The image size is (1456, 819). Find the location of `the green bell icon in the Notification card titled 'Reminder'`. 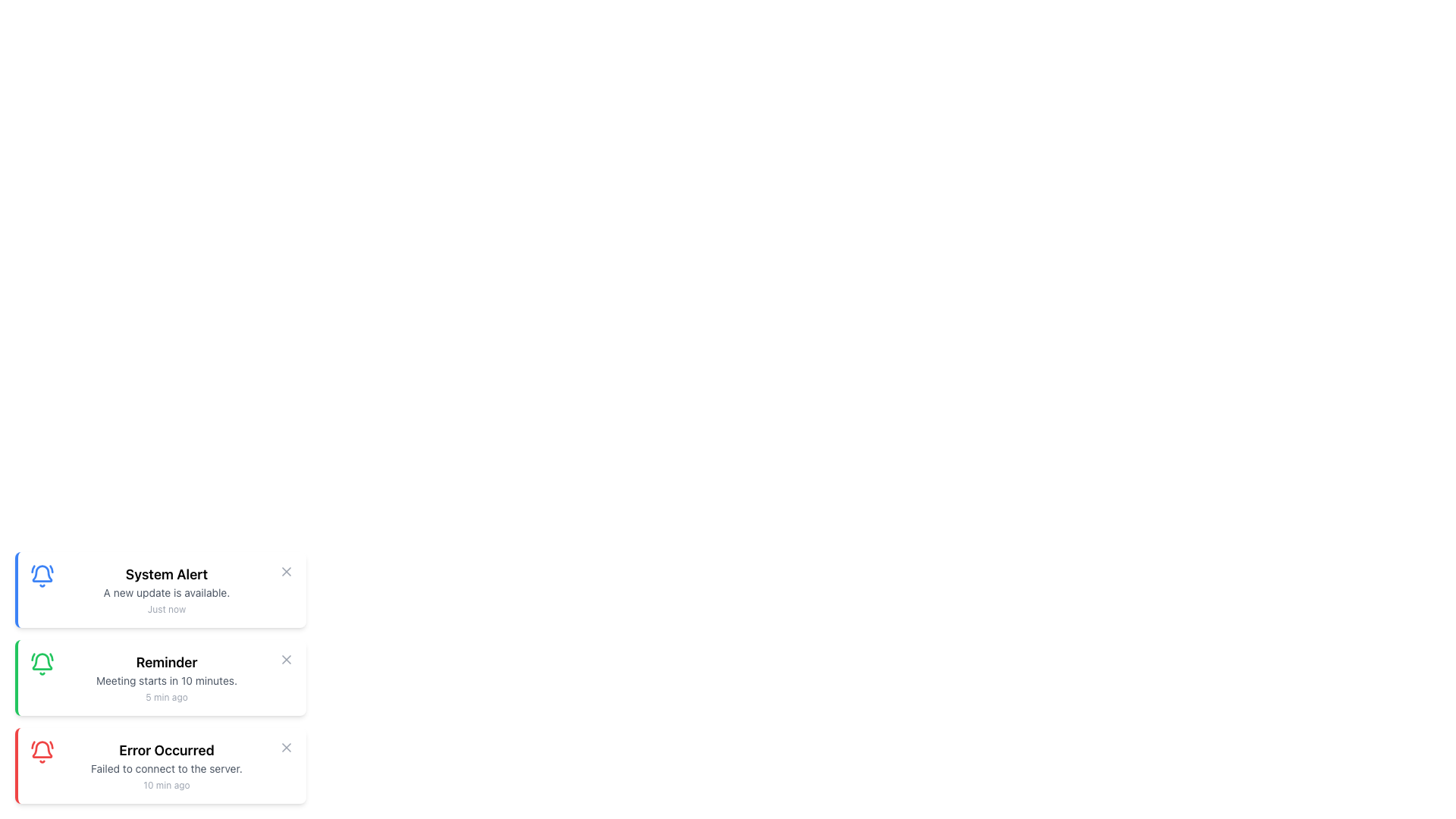

the green bell icon in the Notification card titled 'Reminder' is located at coordinates (160, 677).